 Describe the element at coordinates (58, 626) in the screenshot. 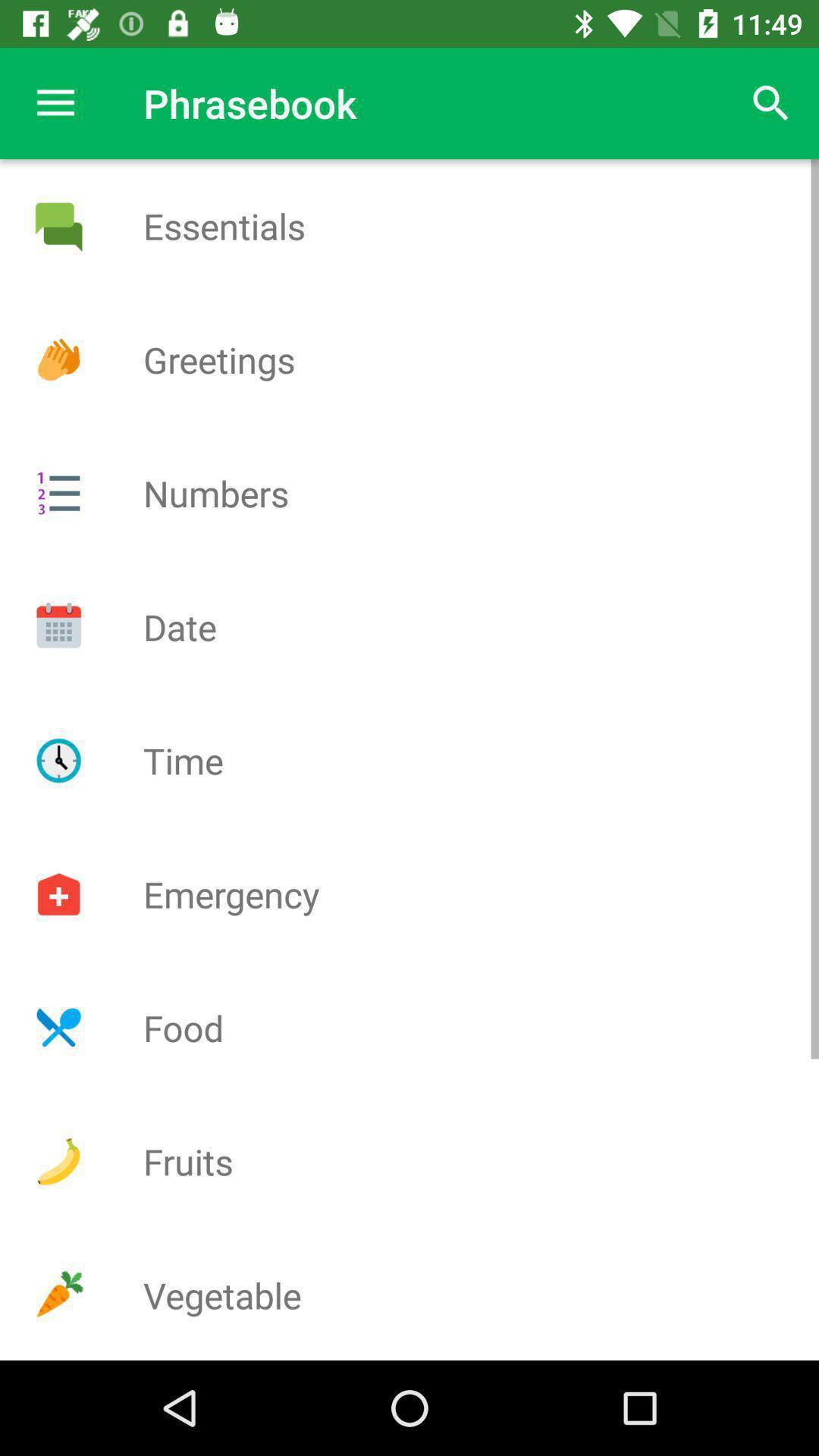

I see `date page` at that location.